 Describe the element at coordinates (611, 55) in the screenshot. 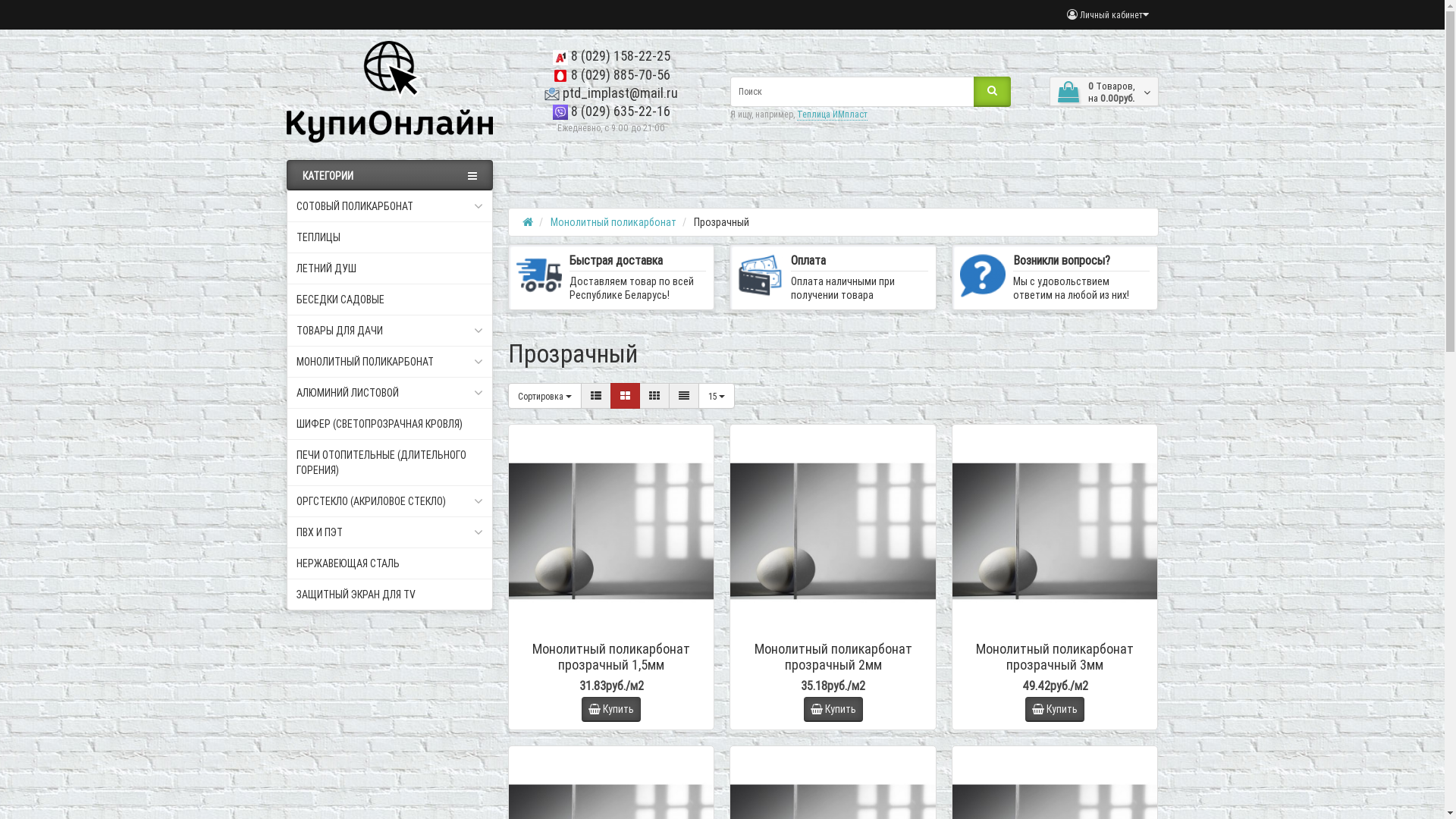

I see `'8 (029) 158-22-25'` at that location.